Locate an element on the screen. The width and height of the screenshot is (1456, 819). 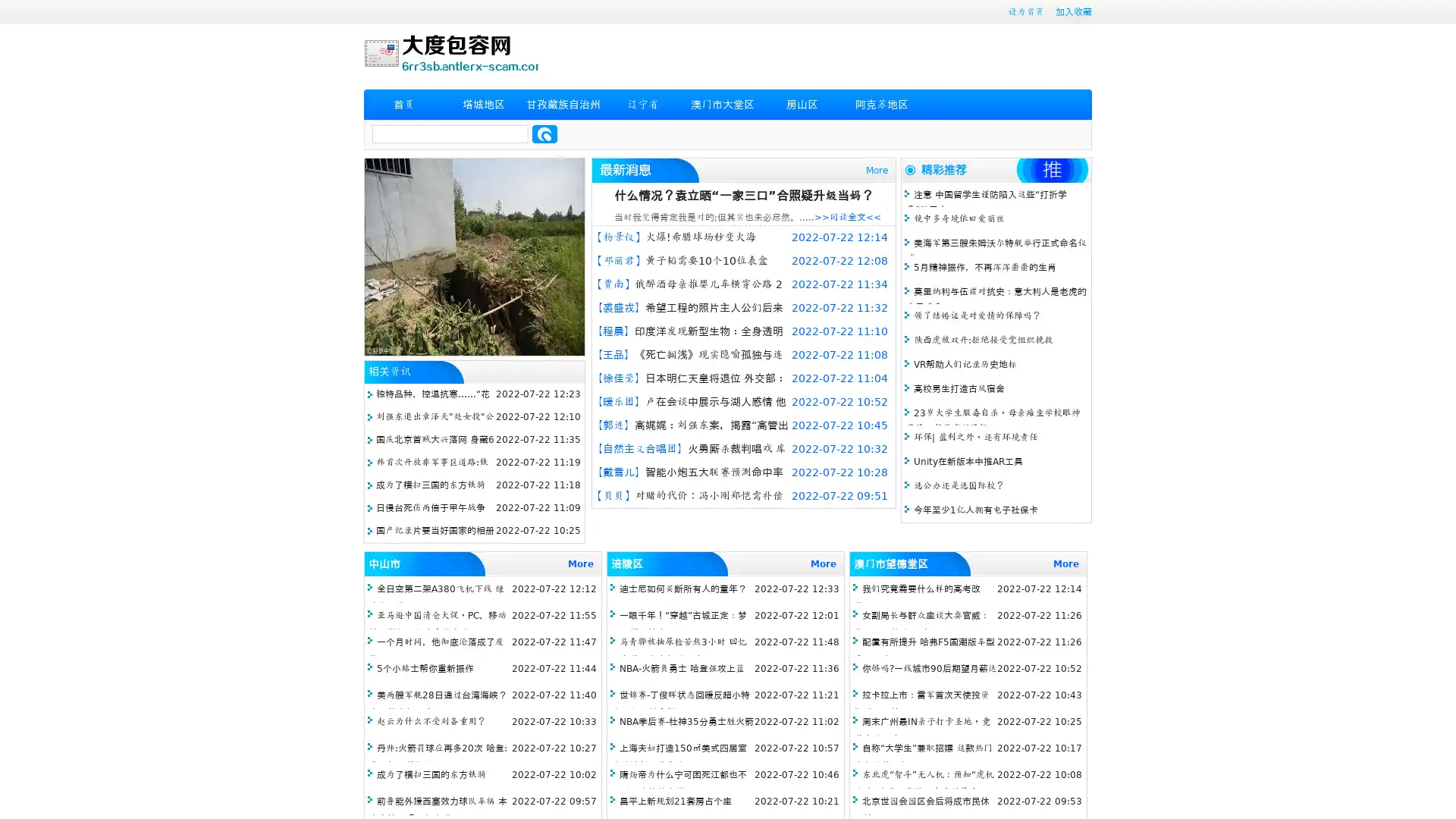
Search is located at coordinates (544, 133).